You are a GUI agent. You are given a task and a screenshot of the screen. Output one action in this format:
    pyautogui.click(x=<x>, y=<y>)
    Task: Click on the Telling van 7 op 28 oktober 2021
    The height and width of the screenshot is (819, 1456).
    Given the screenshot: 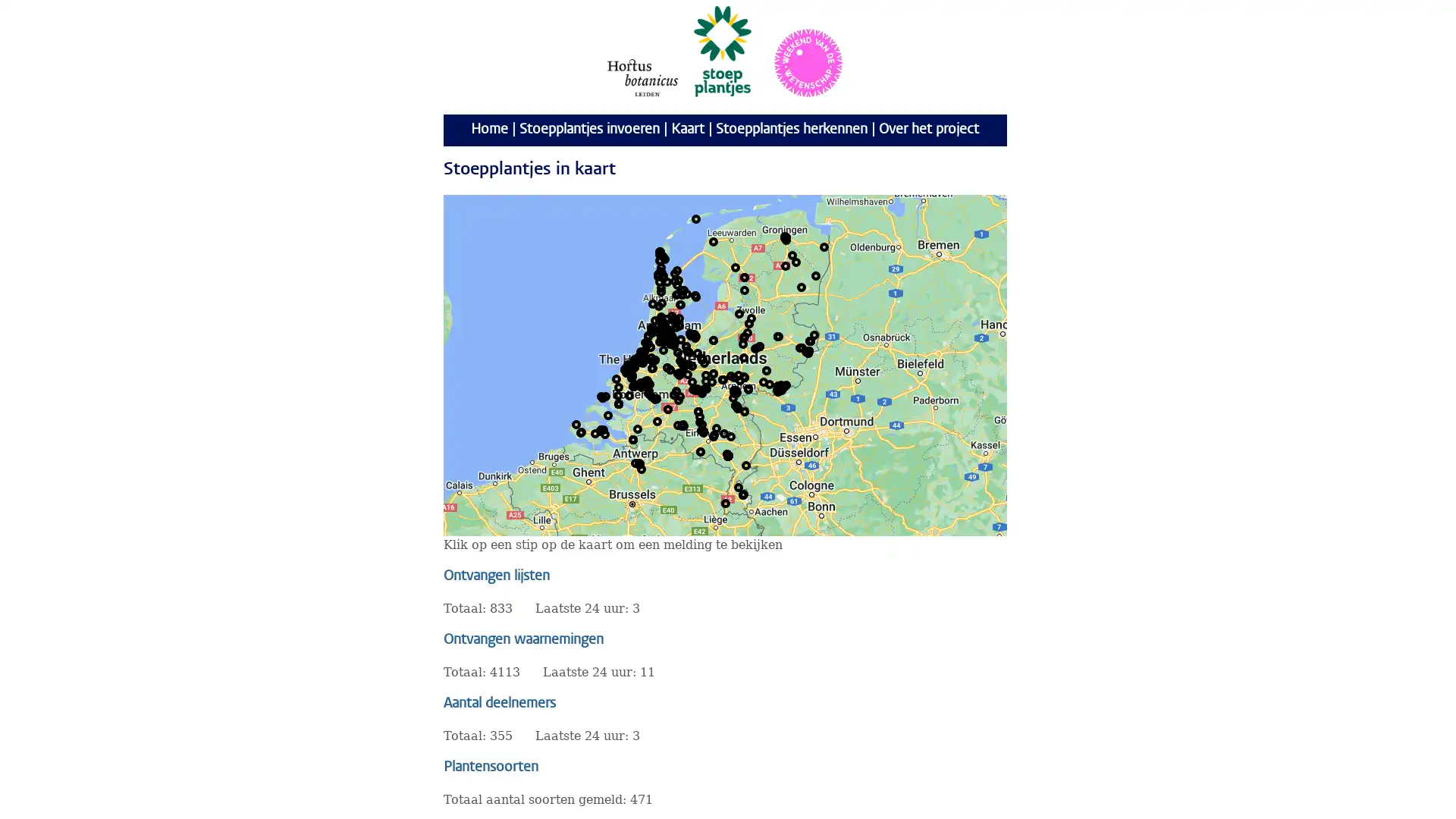 What is the action you would take?
    pyautogui.click(x=671, y=315)
    